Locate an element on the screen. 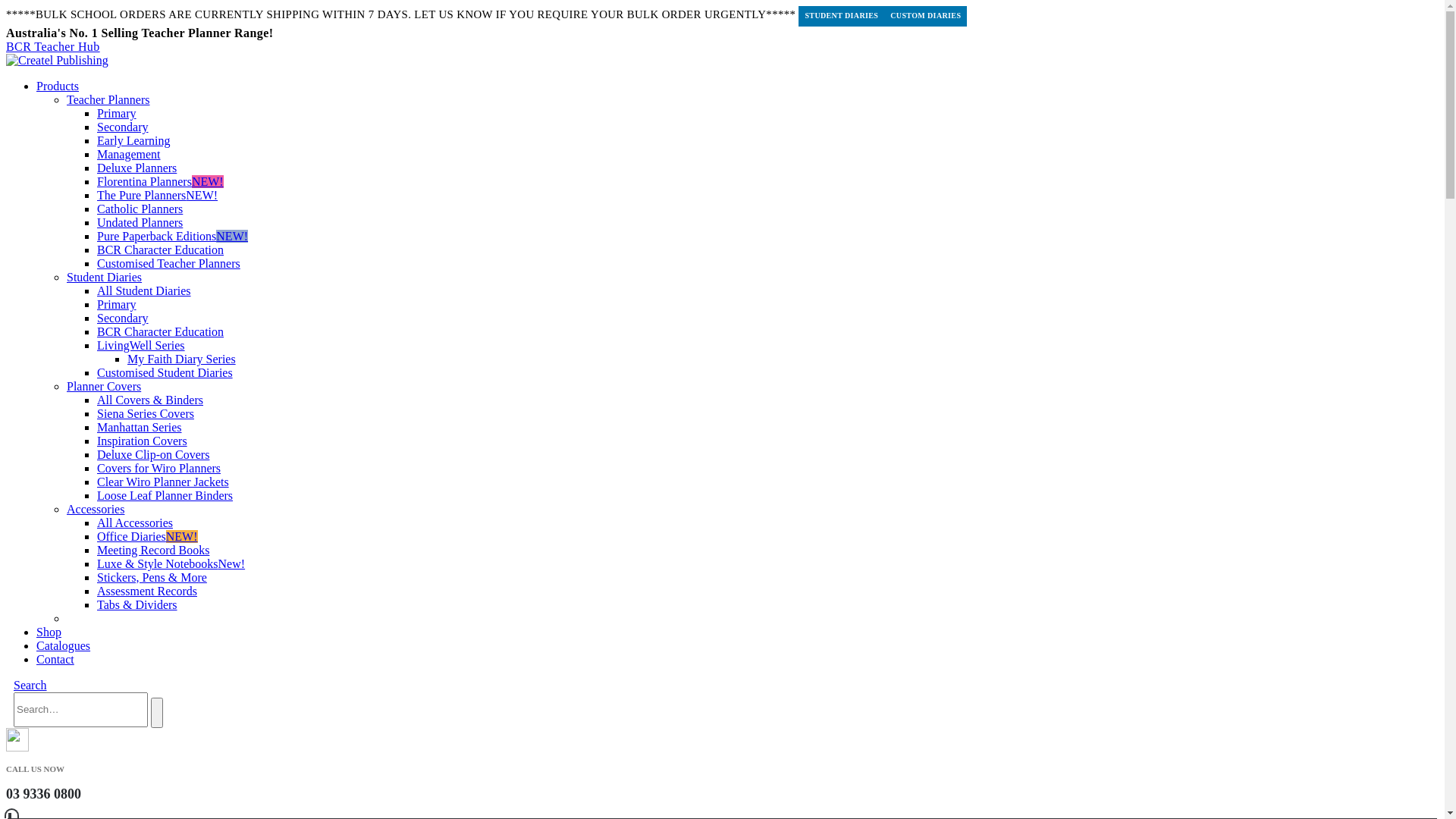 The width and height of the screenshot is (1456, 819). 'Secondary' is located at coordinates (123, 317).